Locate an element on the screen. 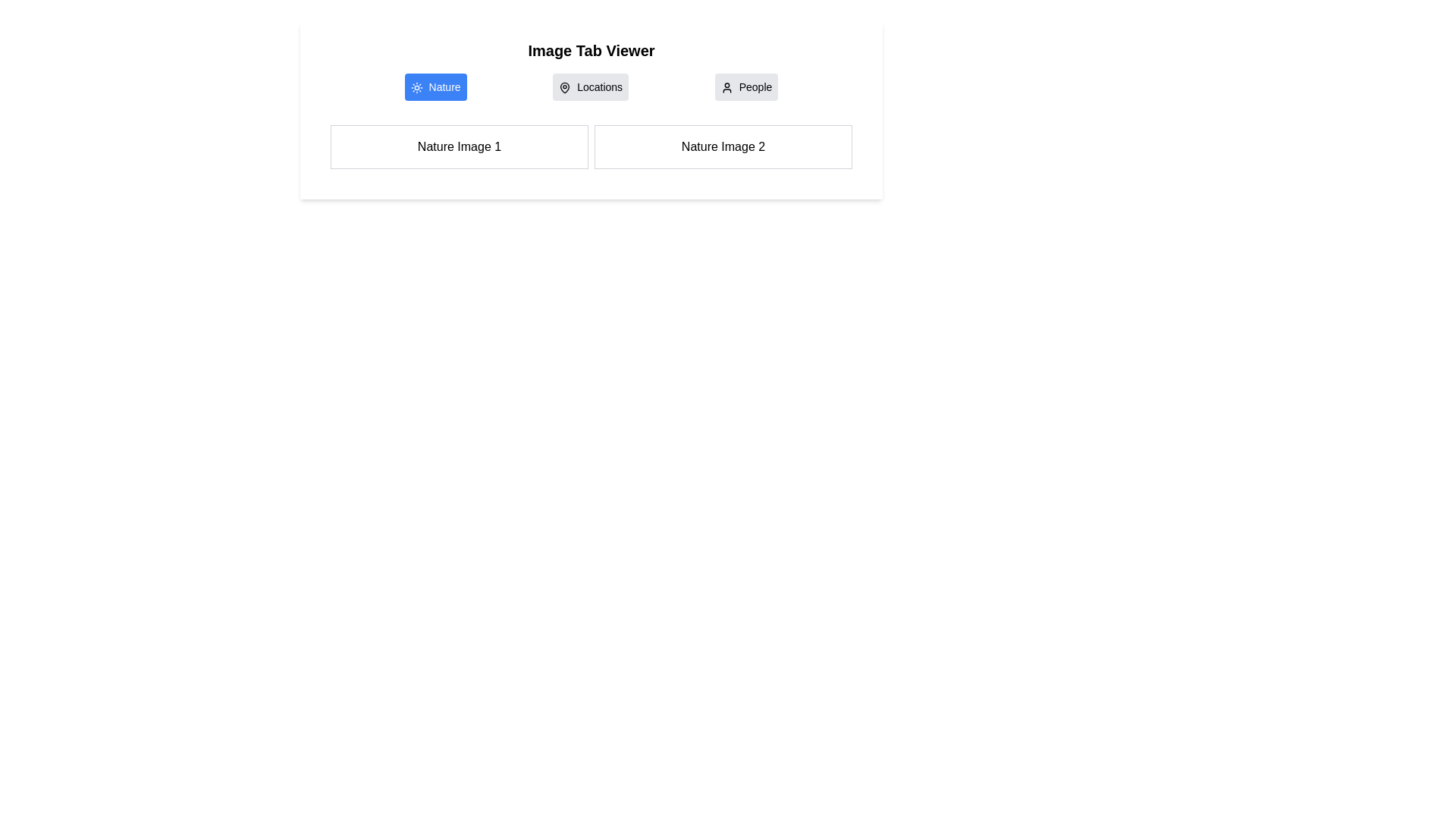 The width and height of the screenshot is (1456, 819). the small user icon shaped like a human figure, located to the left of the 'People' text in the button group is located at coordinates (726, 88).